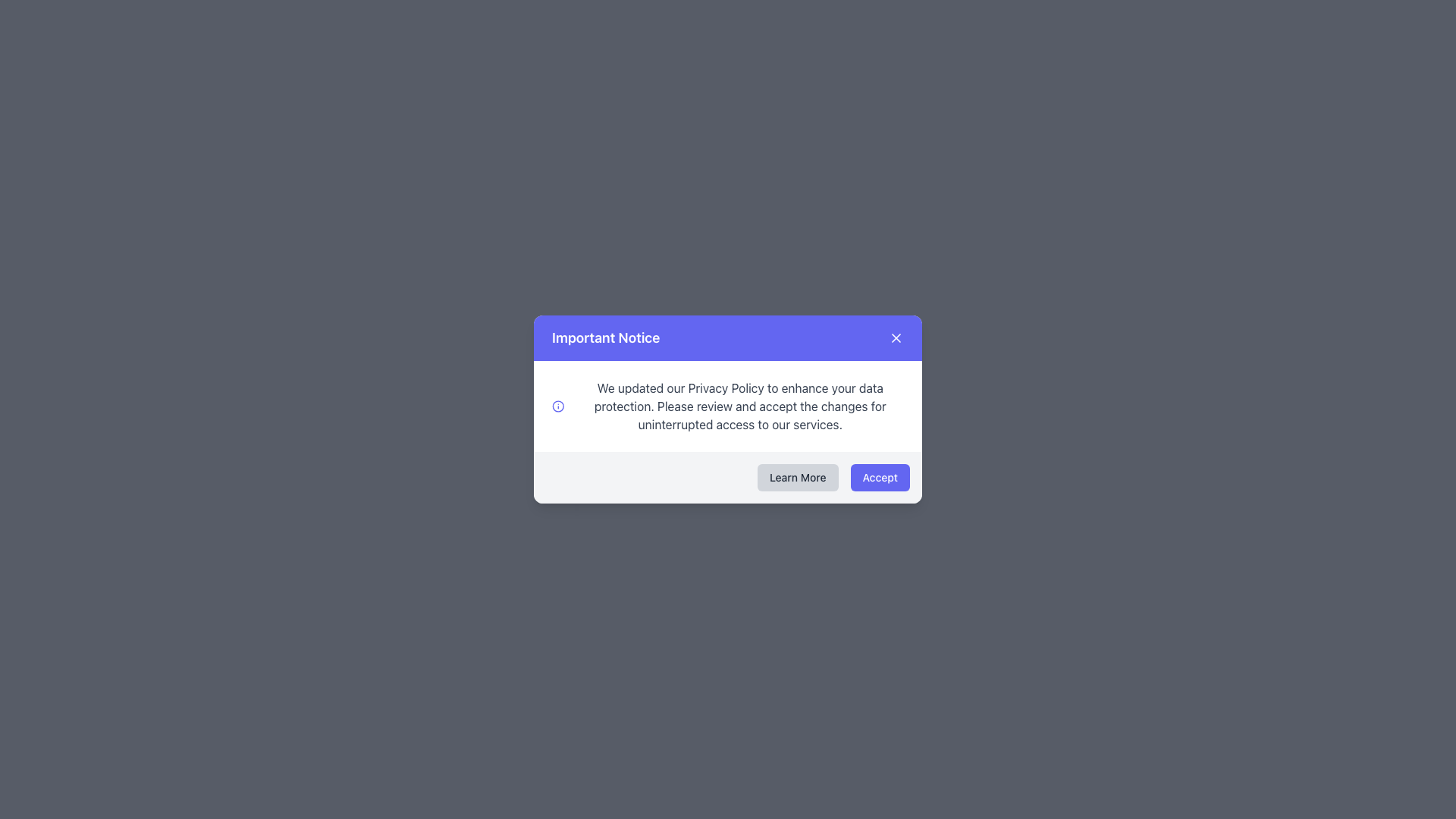  What do you see at coordinates (605, 337) in the screenshot?
I see `the 'Important Notice' text label in the notification modal header, positioned to the left of the close button` at bounding box center [605, 337].